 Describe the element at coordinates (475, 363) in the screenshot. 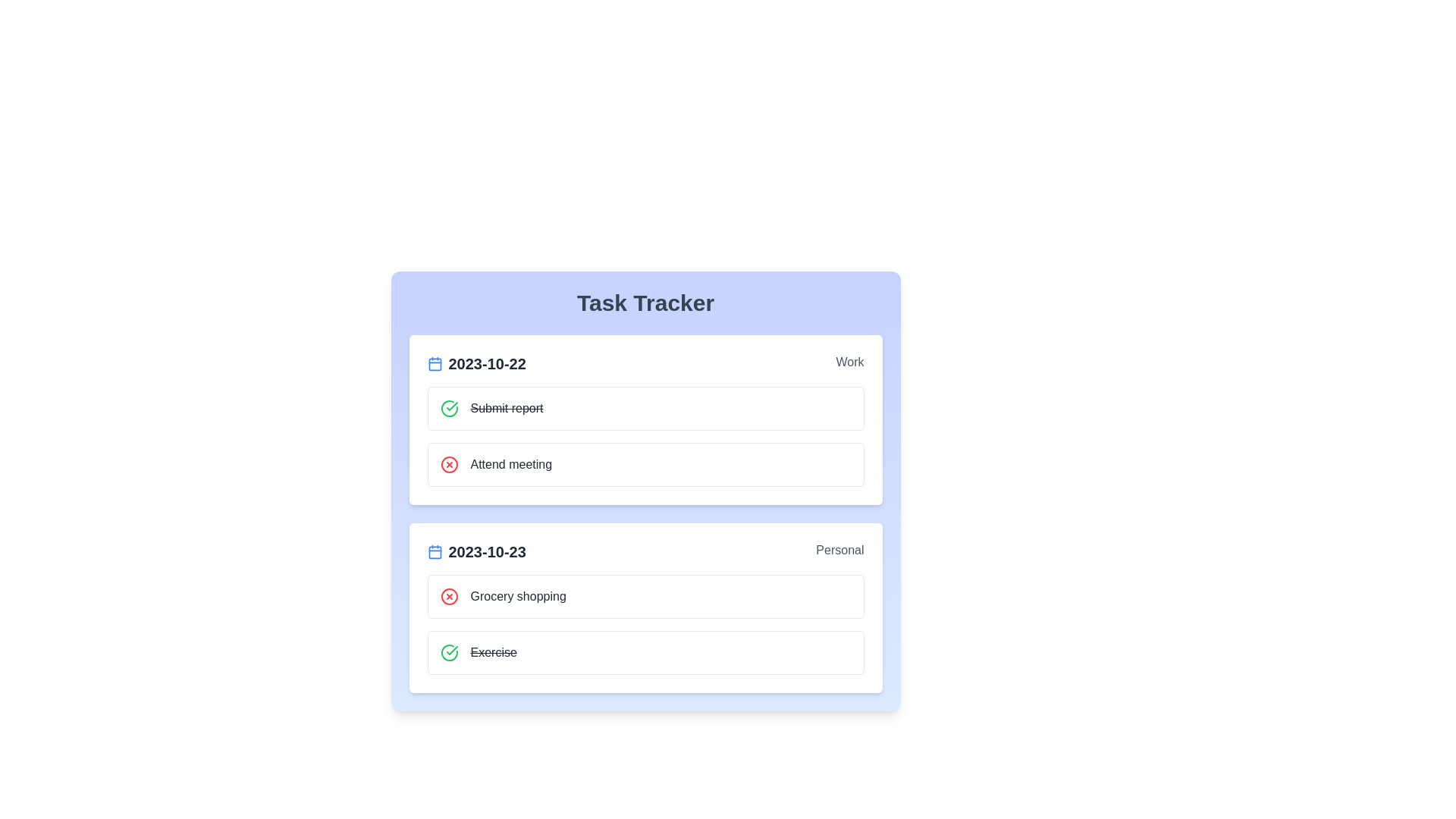

I see `the date header labeled '2023-10-22' to sort tasks by date` at that location.